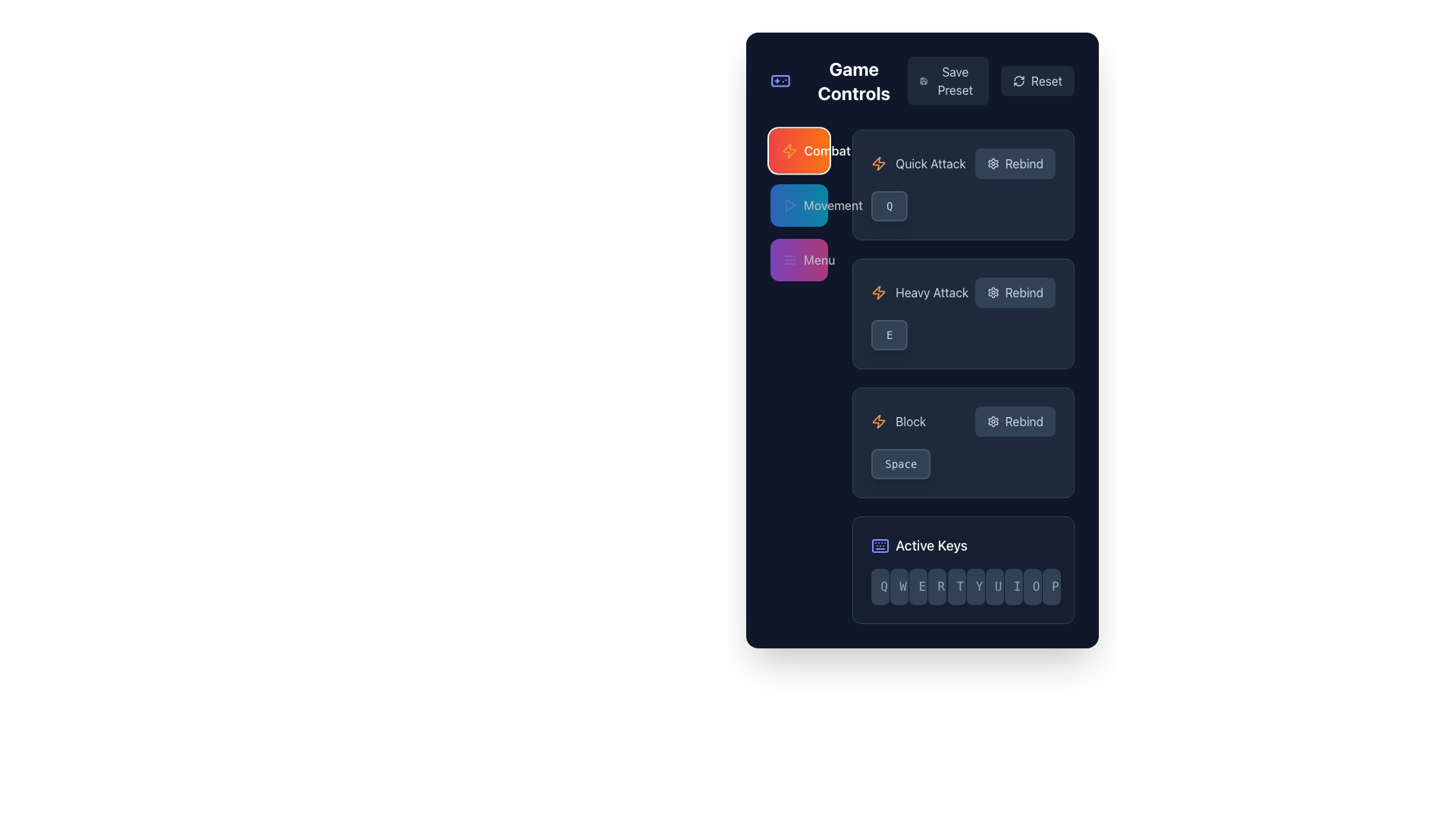  Describe the element at coordinates (1031, 586) in the screenshot. I see `the interactive button for the letter 'O', which is the ninth button in the row of ten labeled 'QWERTYUIOP' located in the 'Active Keys' section` at that location.